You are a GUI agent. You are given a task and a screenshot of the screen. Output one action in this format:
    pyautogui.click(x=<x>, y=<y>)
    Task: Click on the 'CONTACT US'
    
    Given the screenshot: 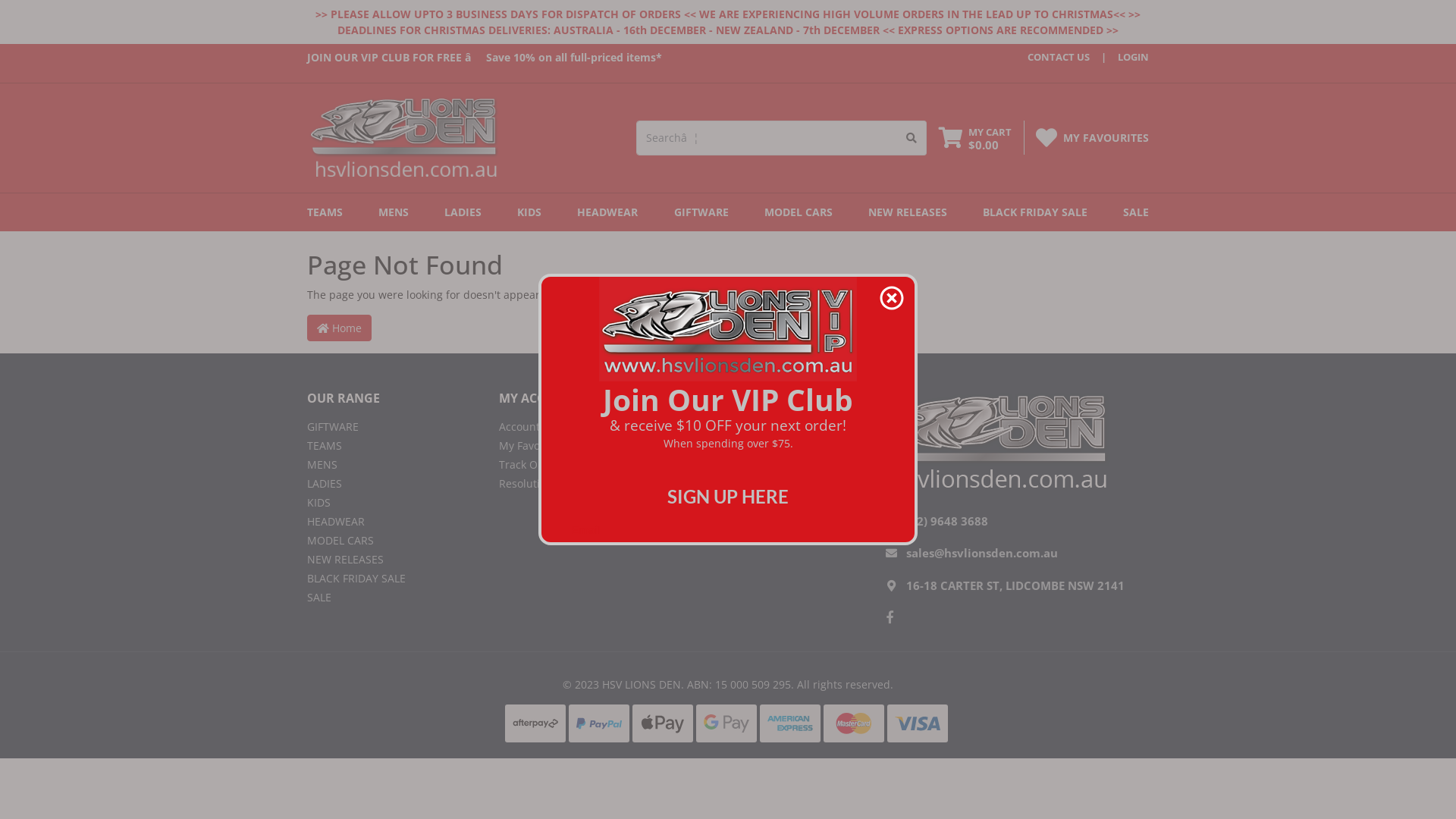 What is the action you would take?
    pyautogui.click(x=1027, y=57)
    